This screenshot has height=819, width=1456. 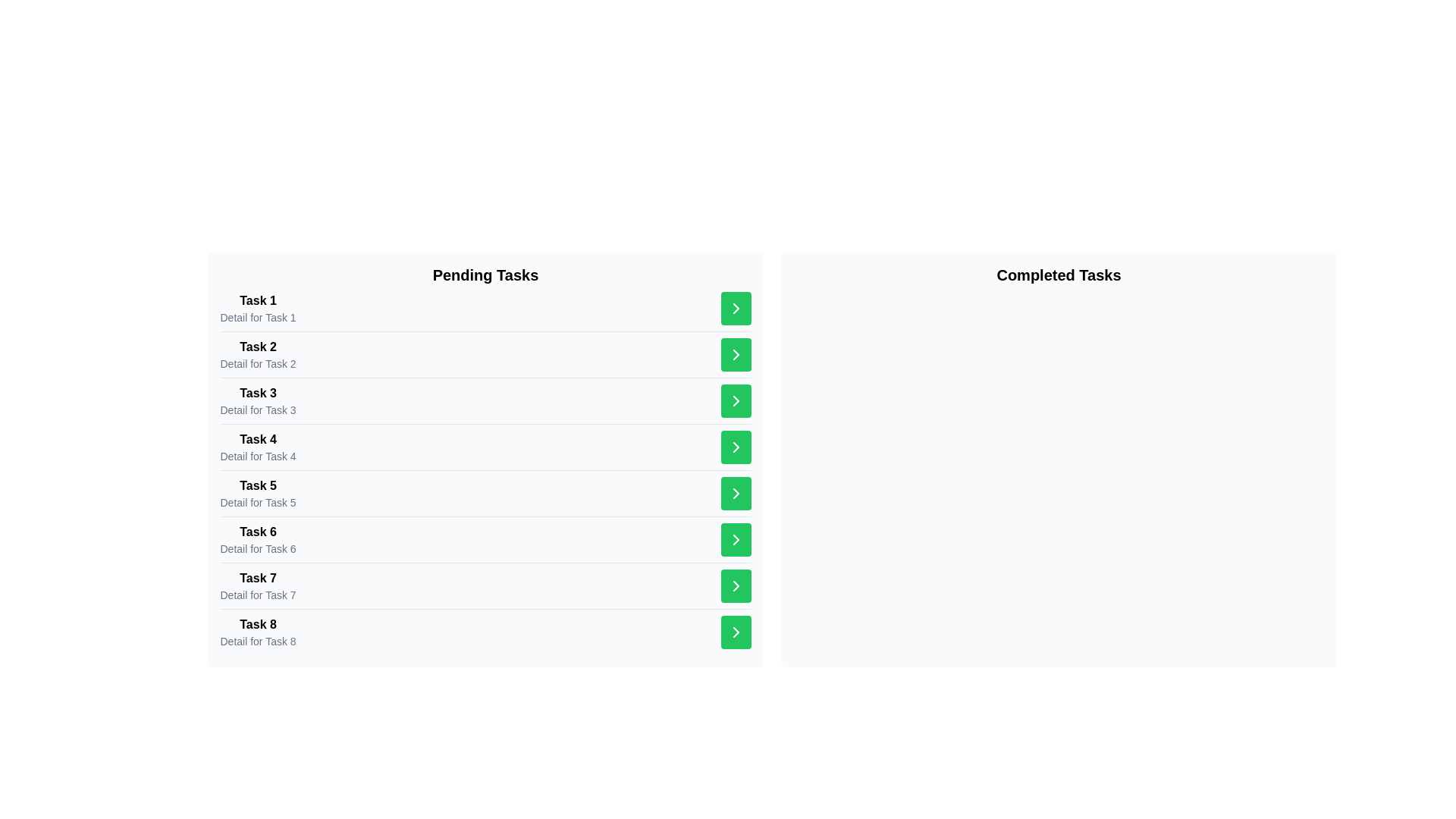 What do you see at coordinates (258, 485) in the screenshot?
I see `the text label reading 'Task 5' to focus on it, which is the first line in the 'Pending Tasks' list` at bounding box center [258, 485].